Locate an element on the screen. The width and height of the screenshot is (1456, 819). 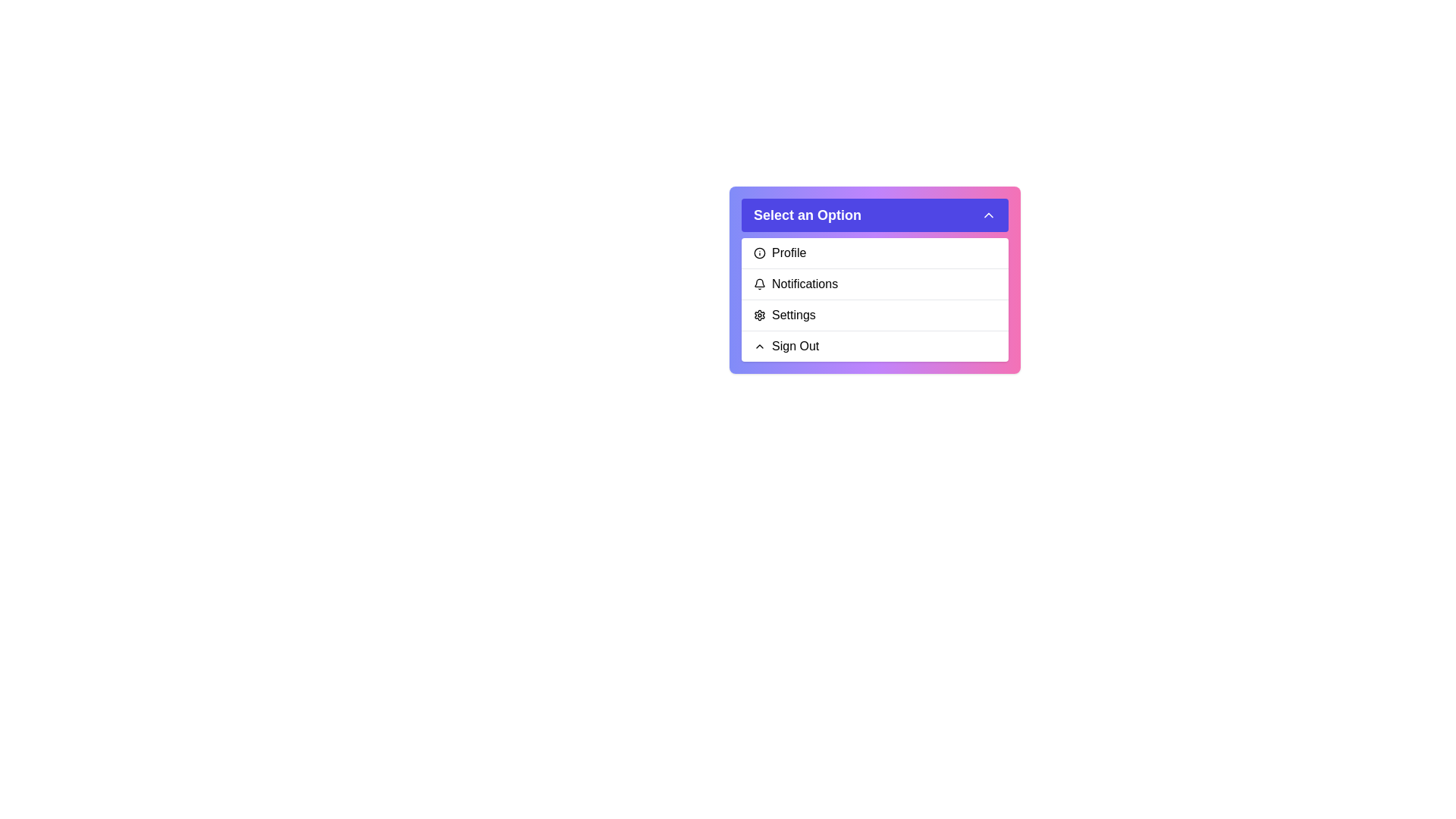
the icon next to the option Settings in the dropdown menu is located at coordinates (760, 315).